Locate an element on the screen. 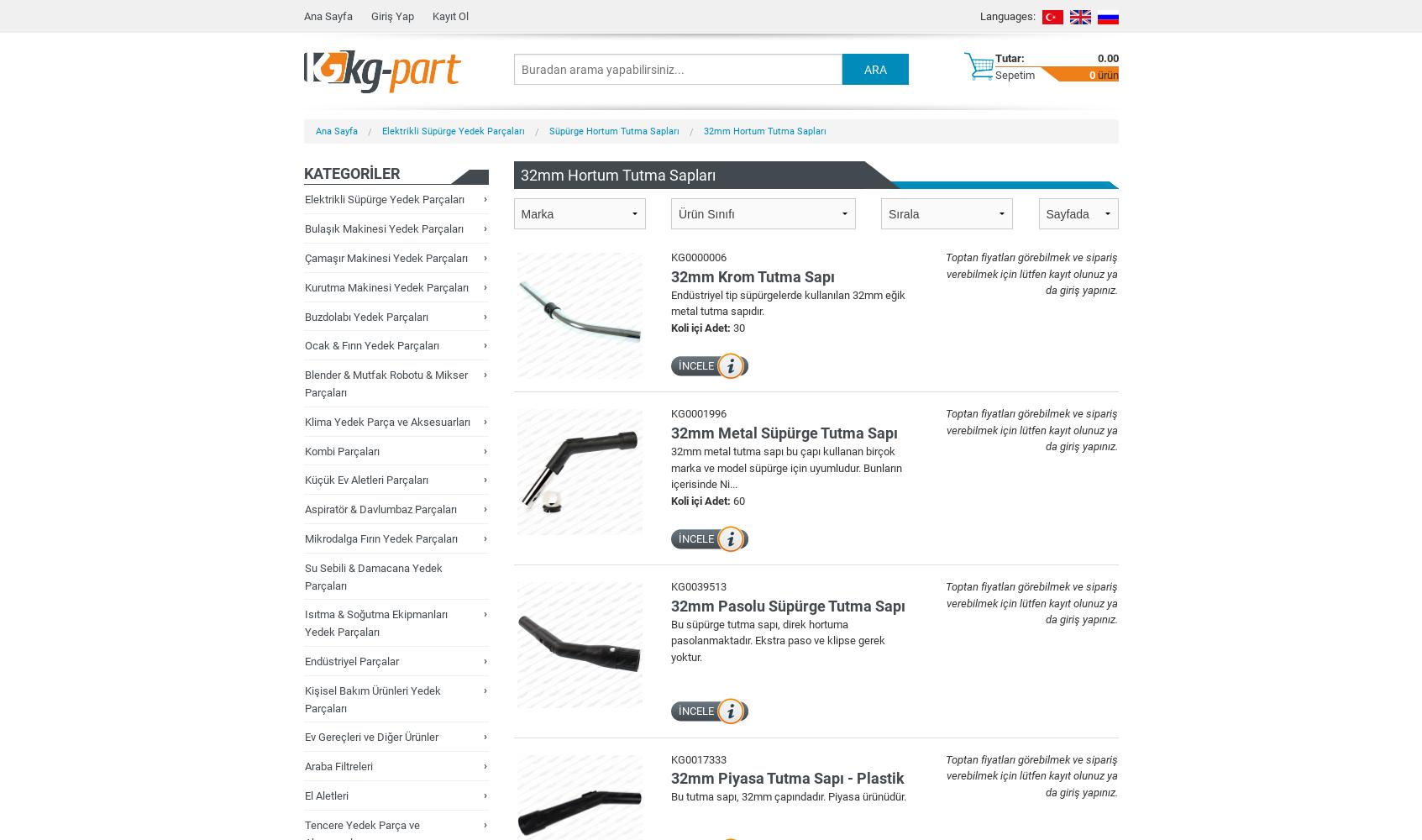  '60' is located at coordinates (731, 499).